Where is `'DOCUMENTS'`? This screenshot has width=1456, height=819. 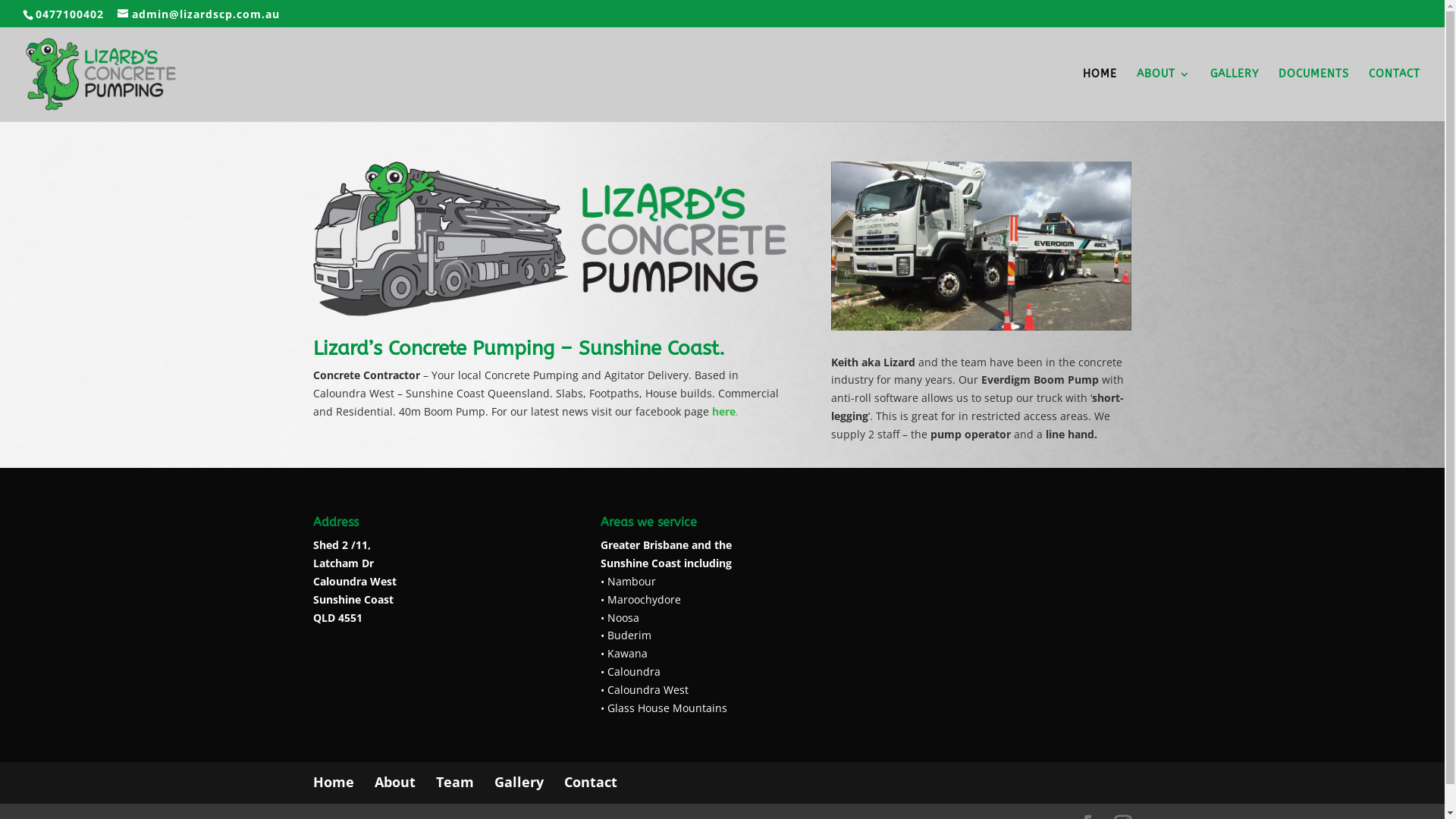
'DOCUMENTS' is located at coordinates (1313, 95).